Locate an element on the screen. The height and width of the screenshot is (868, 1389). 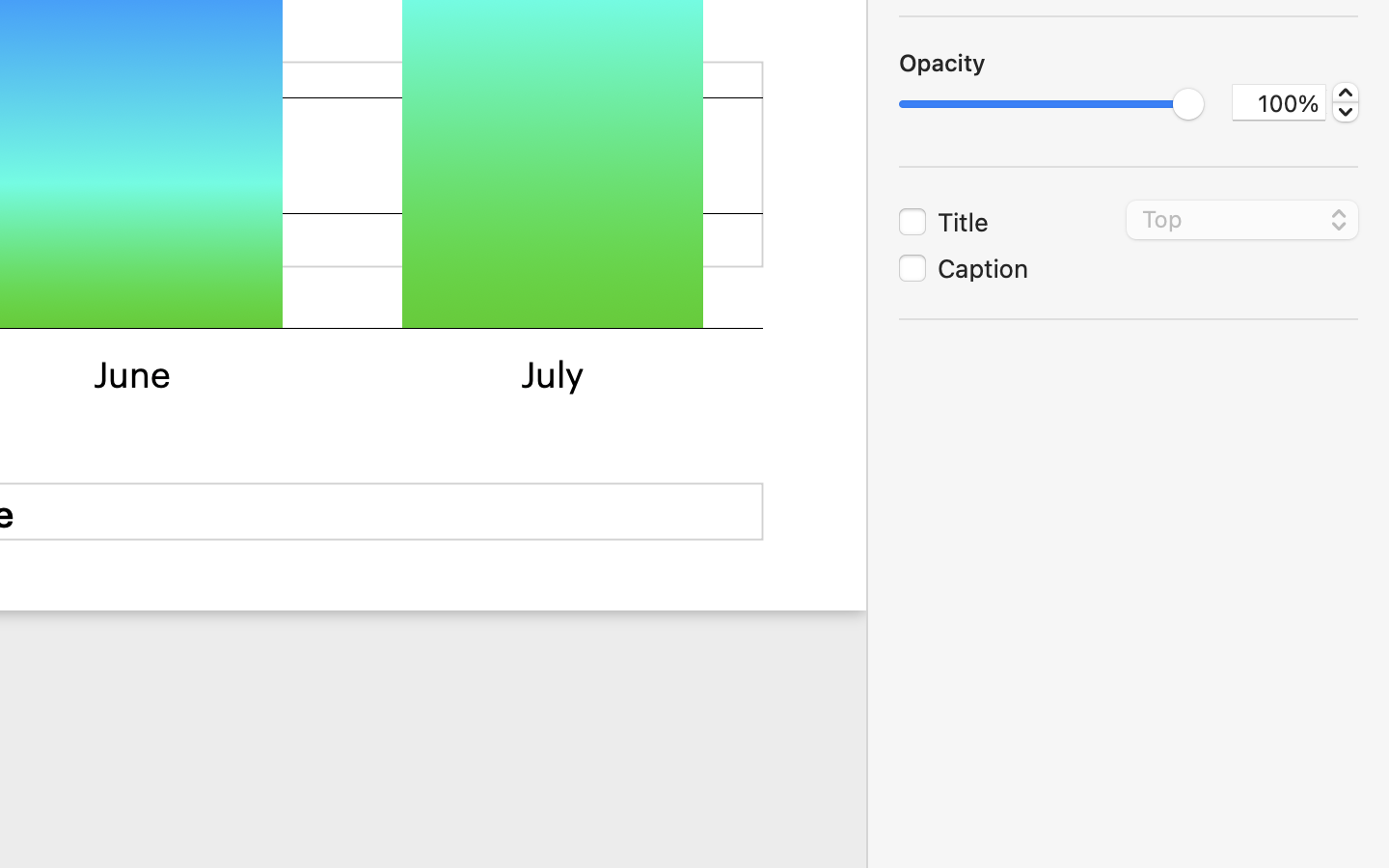
'1.0' is located at coordinates (1049, 103).